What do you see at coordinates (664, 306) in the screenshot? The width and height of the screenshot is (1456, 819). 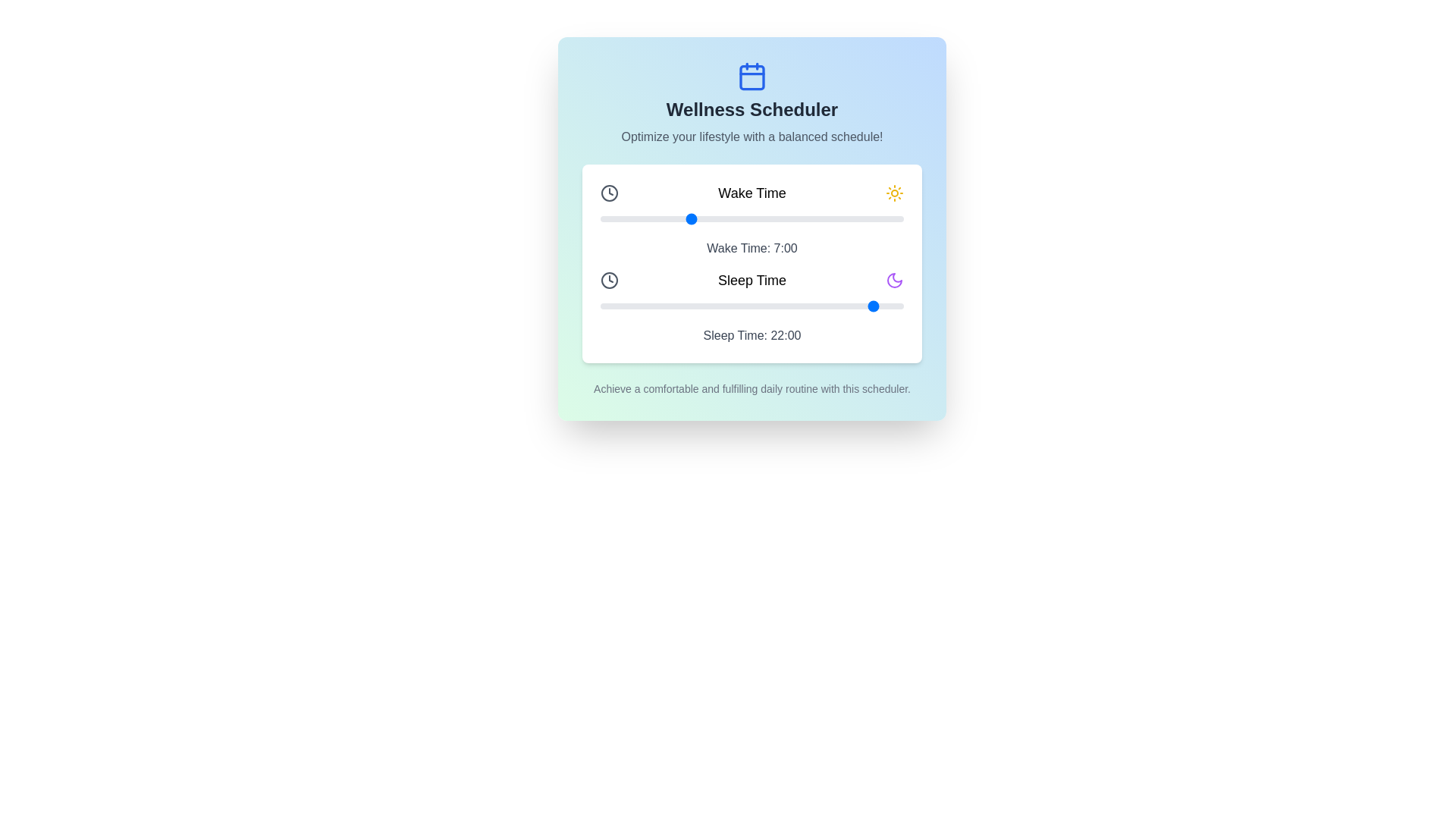 I see `the time` at bounding box center [664, 306].